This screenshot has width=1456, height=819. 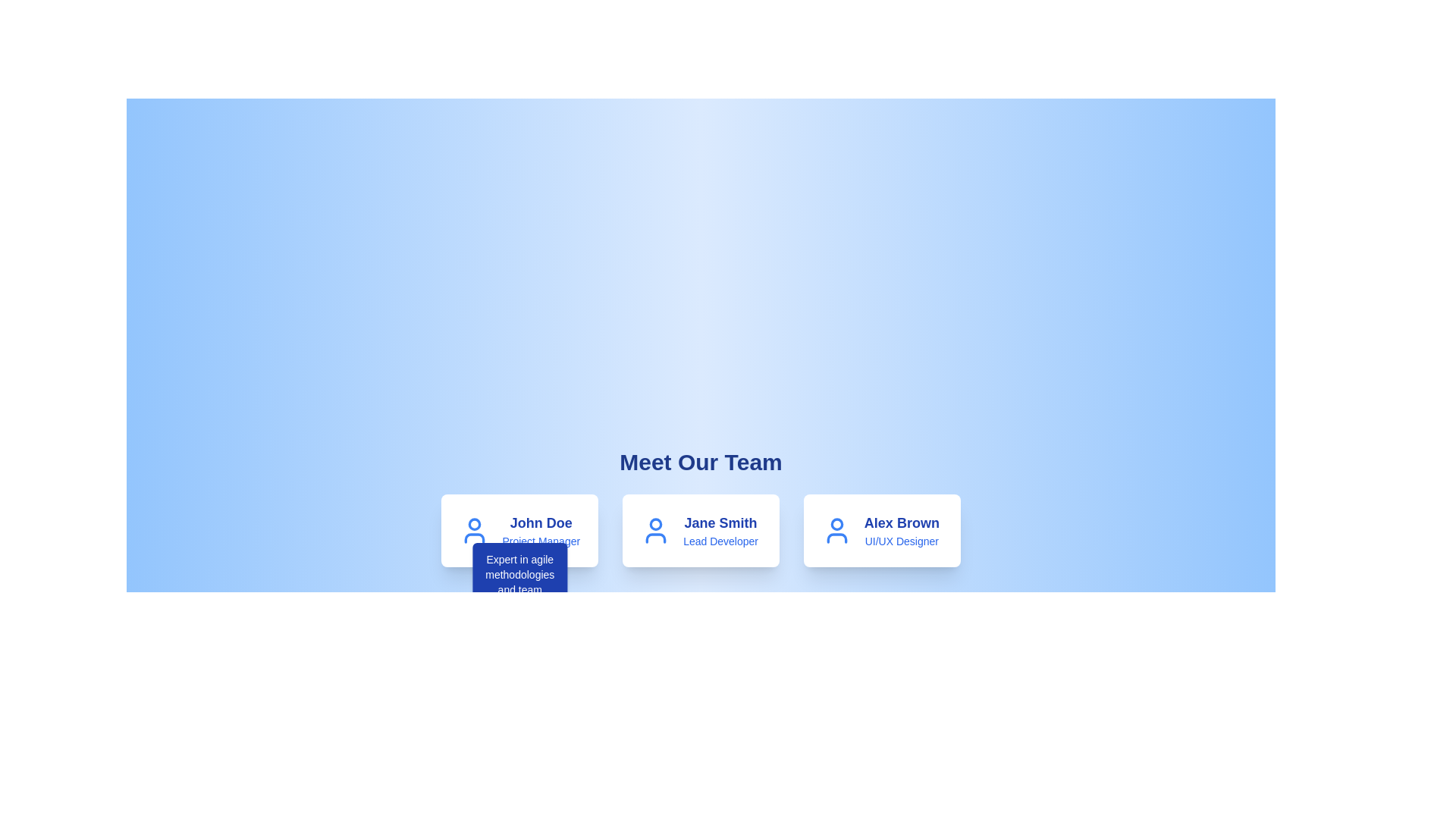 What do you see at coordinates (700, 529) in the screenshot?
I see `the Profile card presenting the team member's name, title, and avatar` at bounding box center [700, 529].